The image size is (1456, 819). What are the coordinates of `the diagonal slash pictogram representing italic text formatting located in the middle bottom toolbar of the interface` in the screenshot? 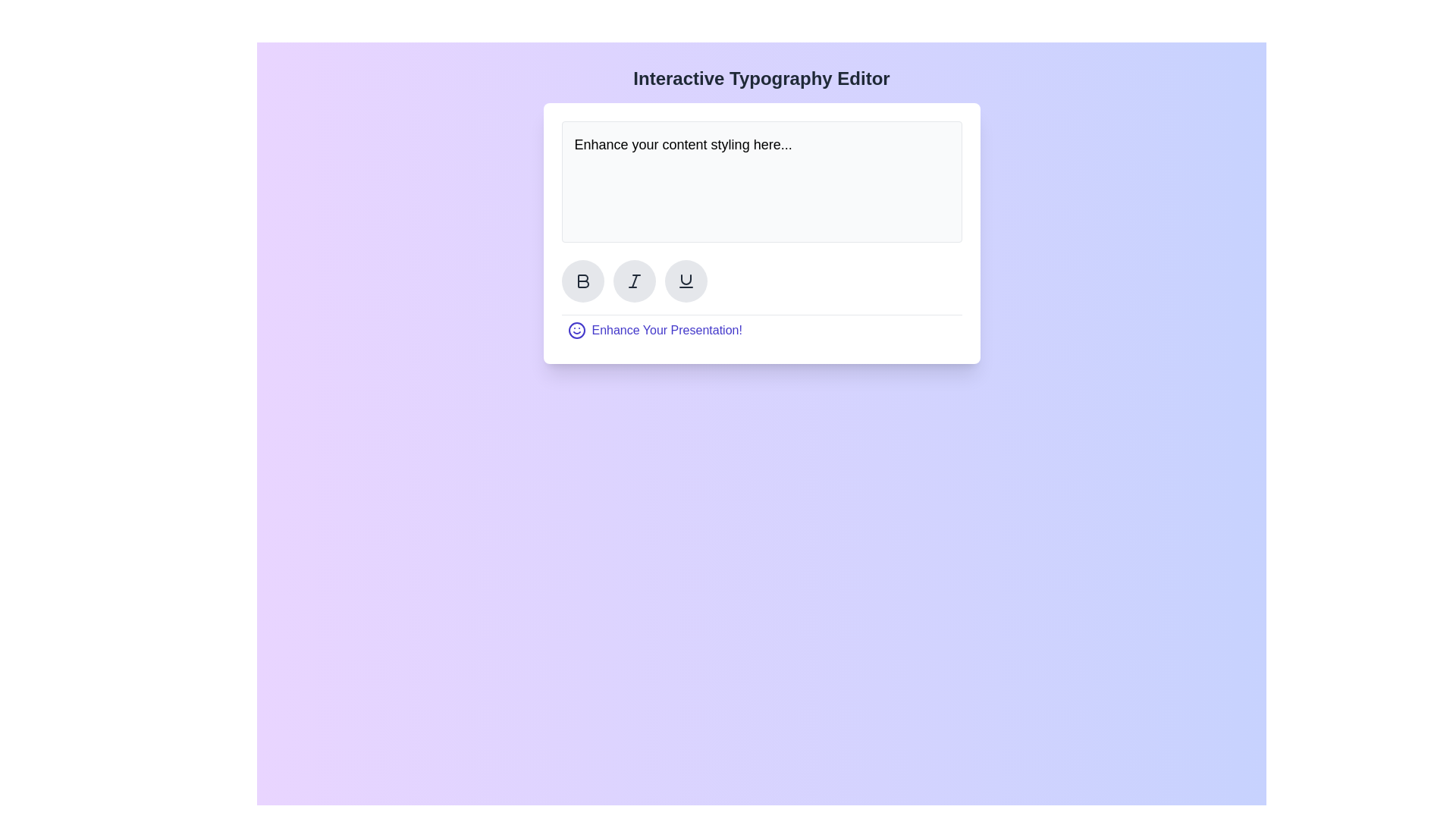 It's located at (634, 281).